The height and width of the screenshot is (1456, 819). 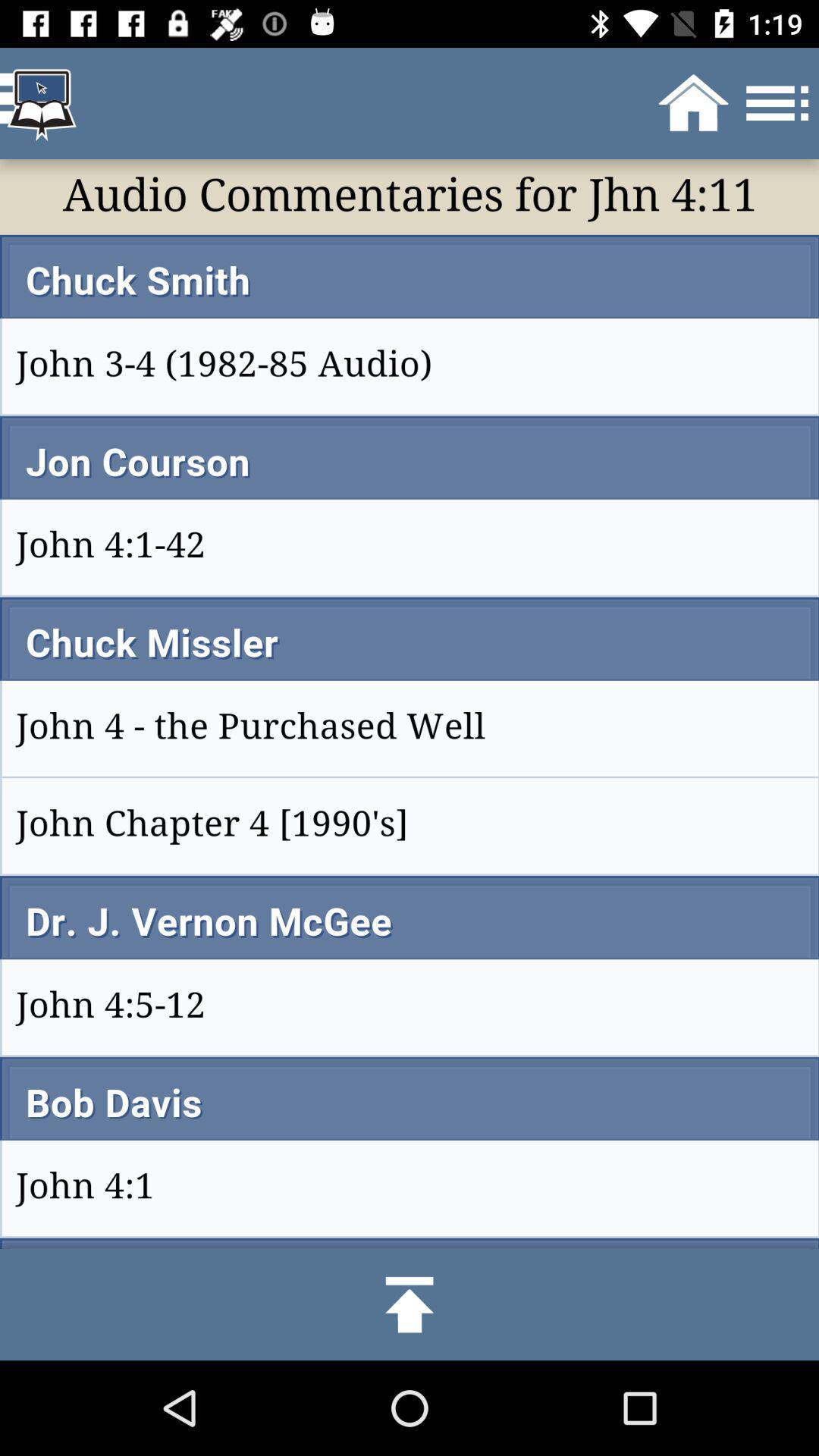 What do you see at coordinates (409, 703) in the screenshot?
I see `all page` at bounding box center [409, 703].